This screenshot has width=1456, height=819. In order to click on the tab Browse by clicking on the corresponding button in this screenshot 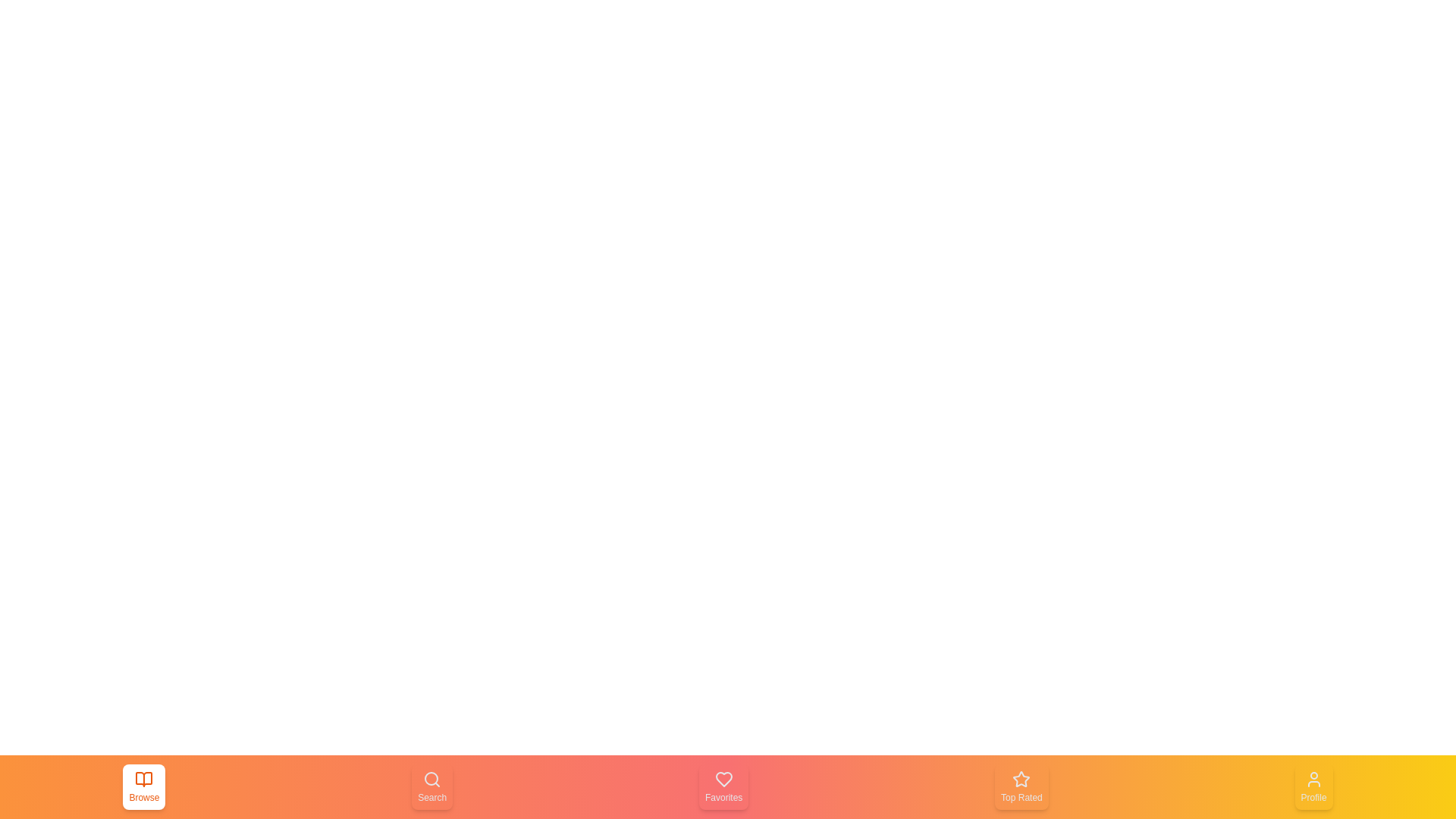, I will do `click(144, 786)`.